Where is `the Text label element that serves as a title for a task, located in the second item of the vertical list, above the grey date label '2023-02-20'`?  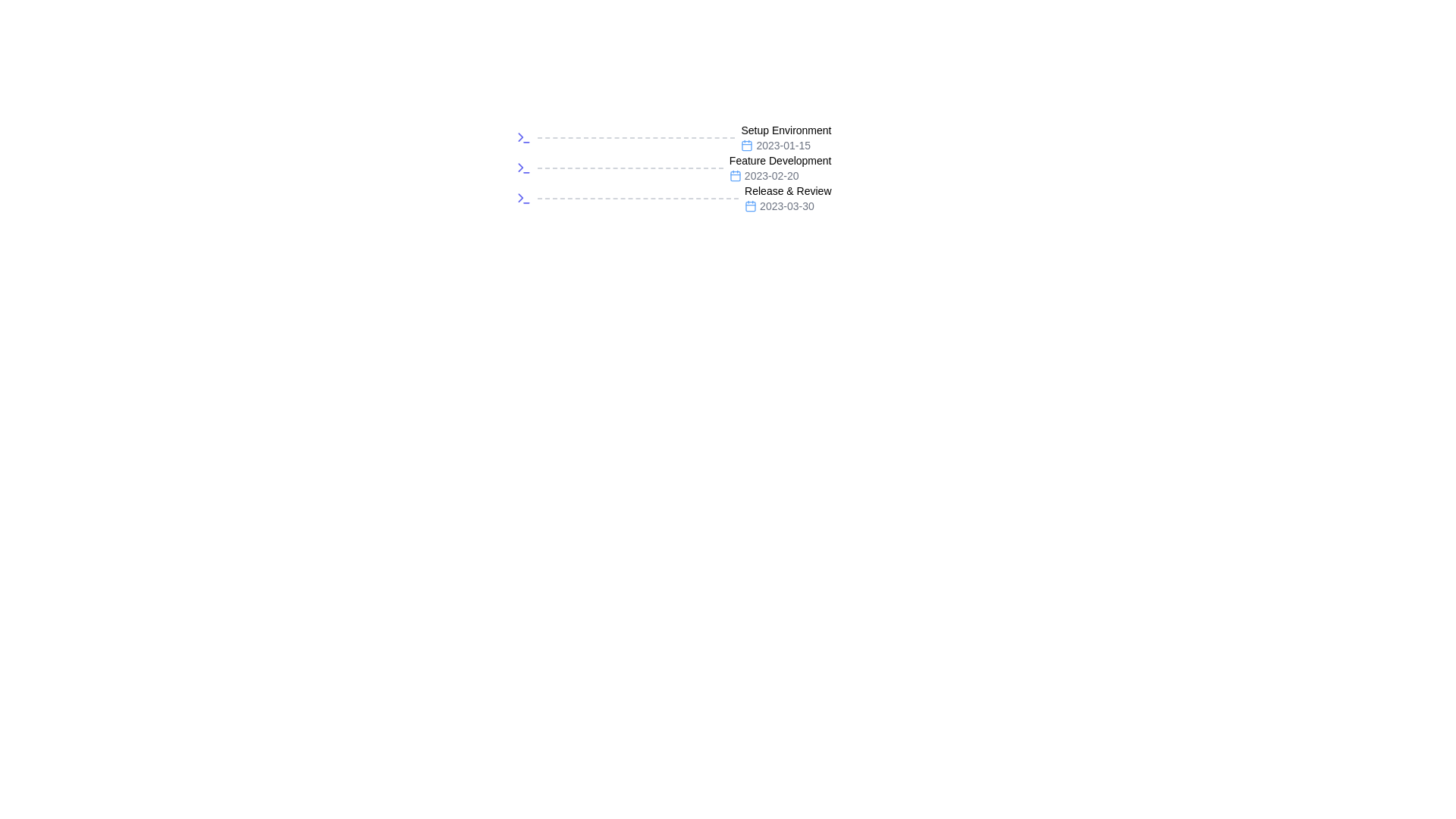 the Text label element that serves as a title for a task, located in the second item of the vertical list, above the grey date label '2023-02-20' is located at coordinates (780, 161).